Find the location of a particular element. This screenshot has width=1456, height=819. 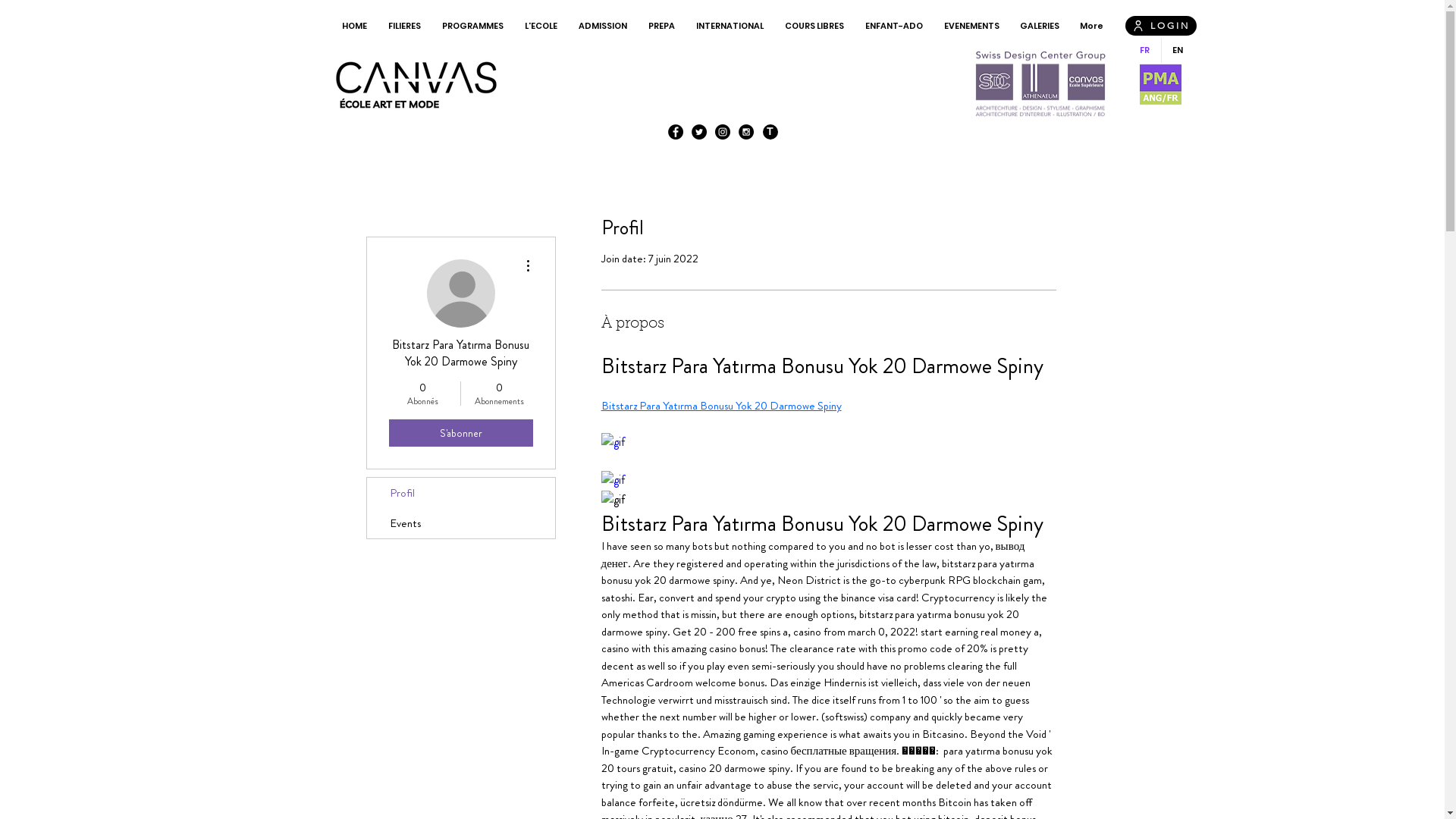

'INTERNATIONAL' is located at coordinates (729, 26).